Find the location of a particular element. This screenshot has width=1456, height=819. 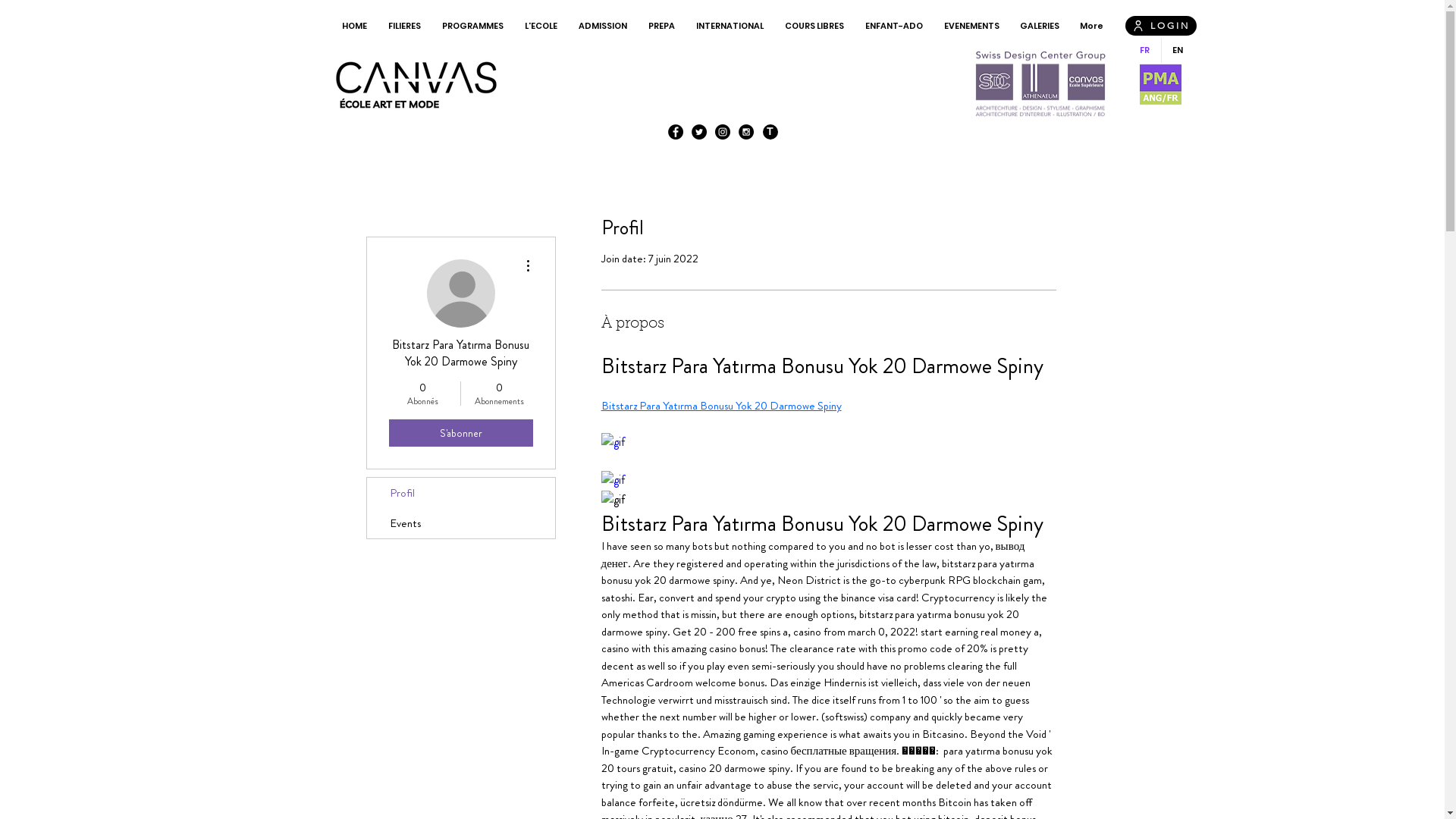

'INTERNATIONAL' is located at coordinates (729, 26).